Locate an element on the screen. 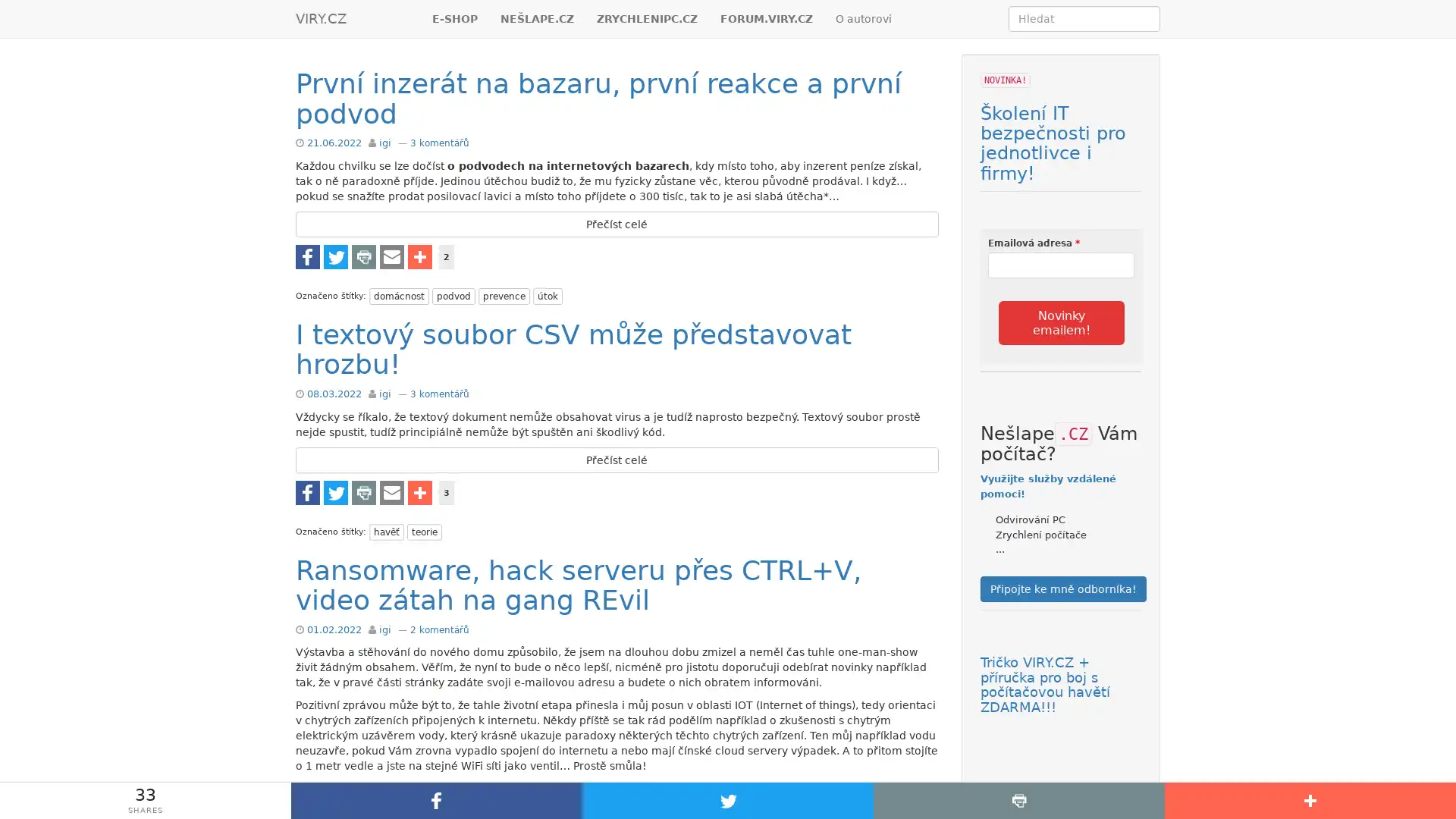 Image resolution: width=1456 pixels, height=819 pixels. Novinky emailem! is located at coordinates (1059, 322).